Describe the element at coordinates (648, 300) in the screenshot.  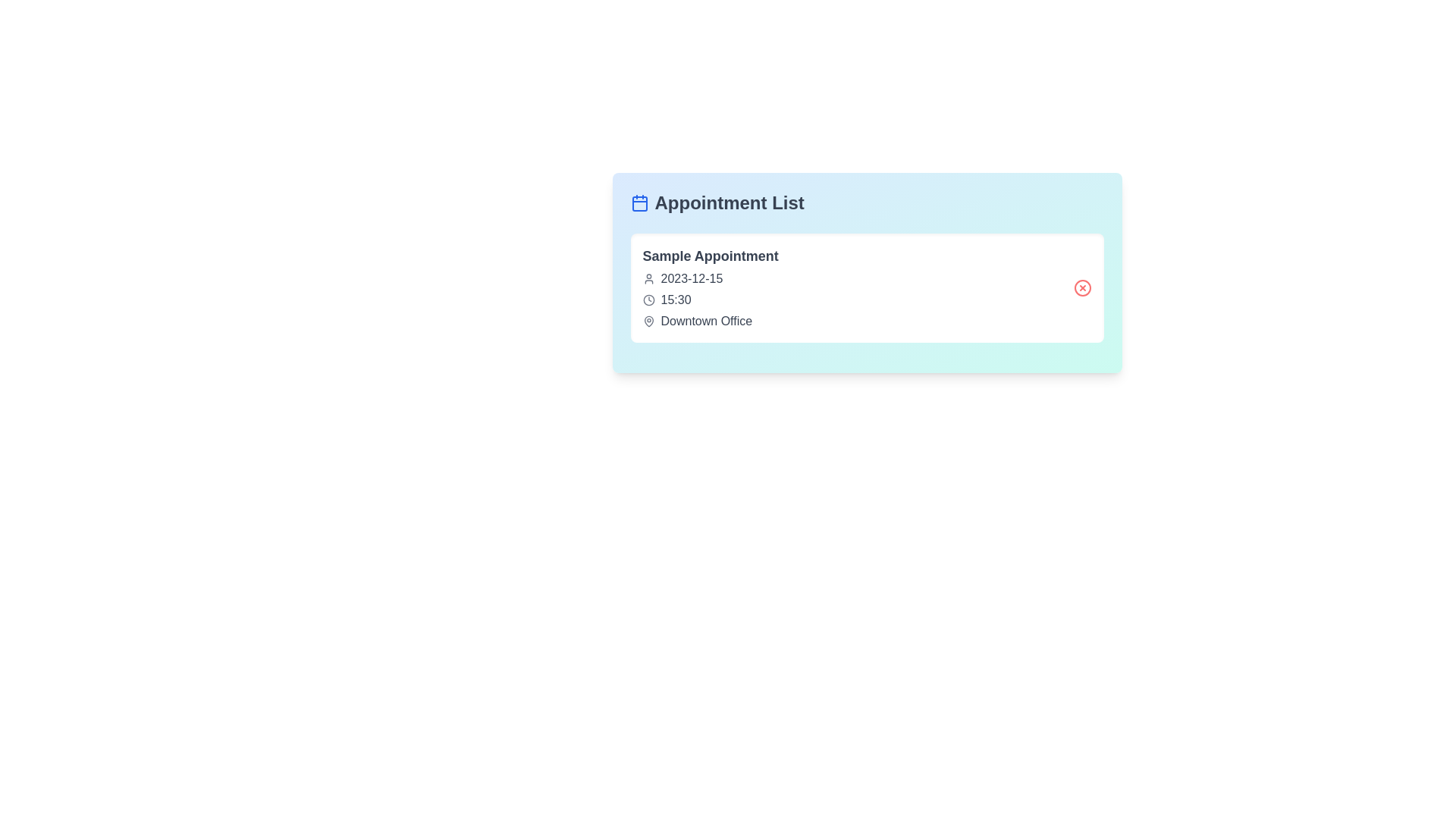
I see `the outermost circular shape of the clock icon which represents the clock face's border` at that location.